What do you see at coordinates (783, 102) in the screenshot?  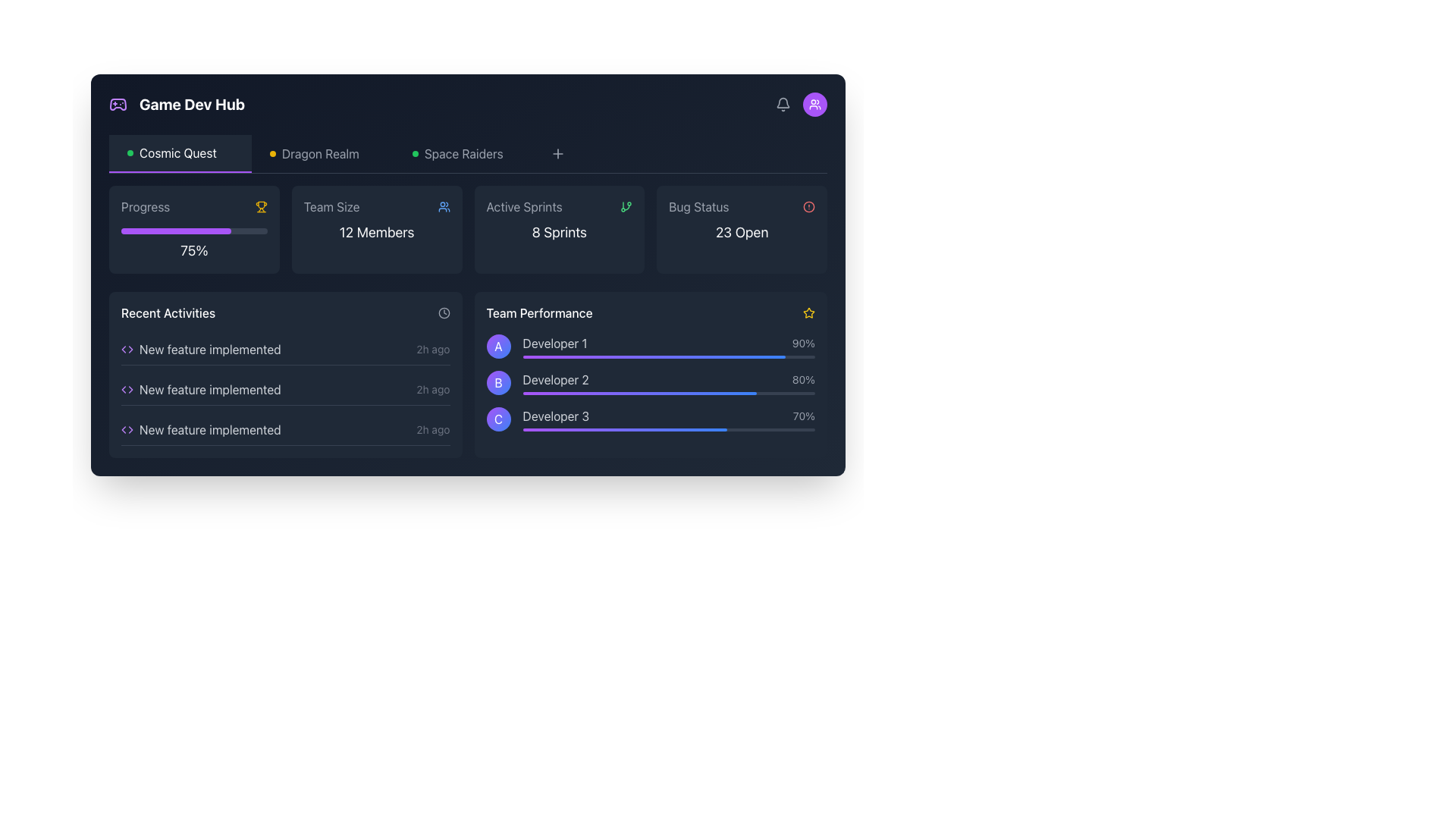 I see `the notification icon in the top-right corner of the interface` at bounding box center [783, 102].